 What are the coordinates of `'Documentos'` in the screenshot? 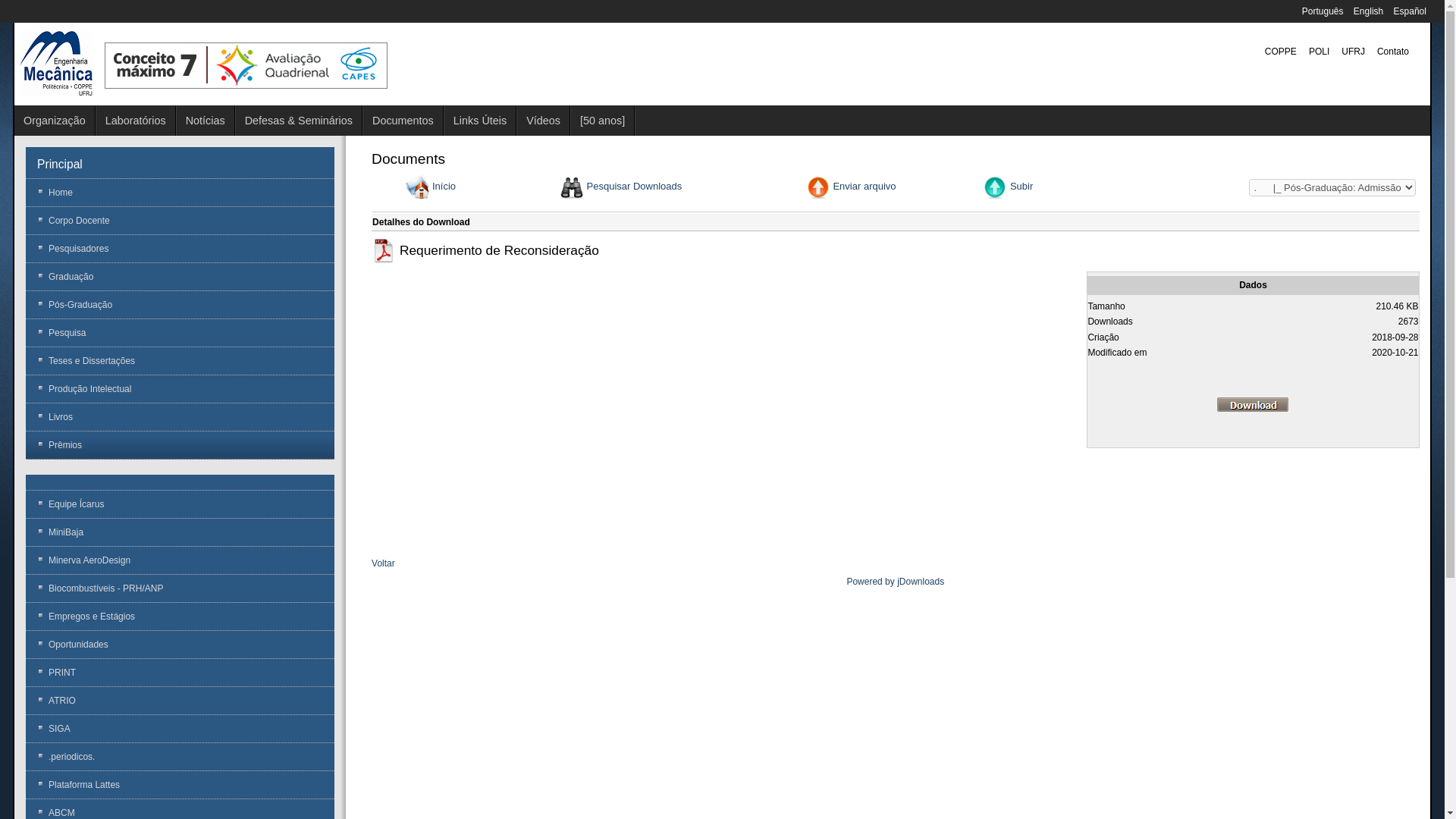 It's located at (403, 119).